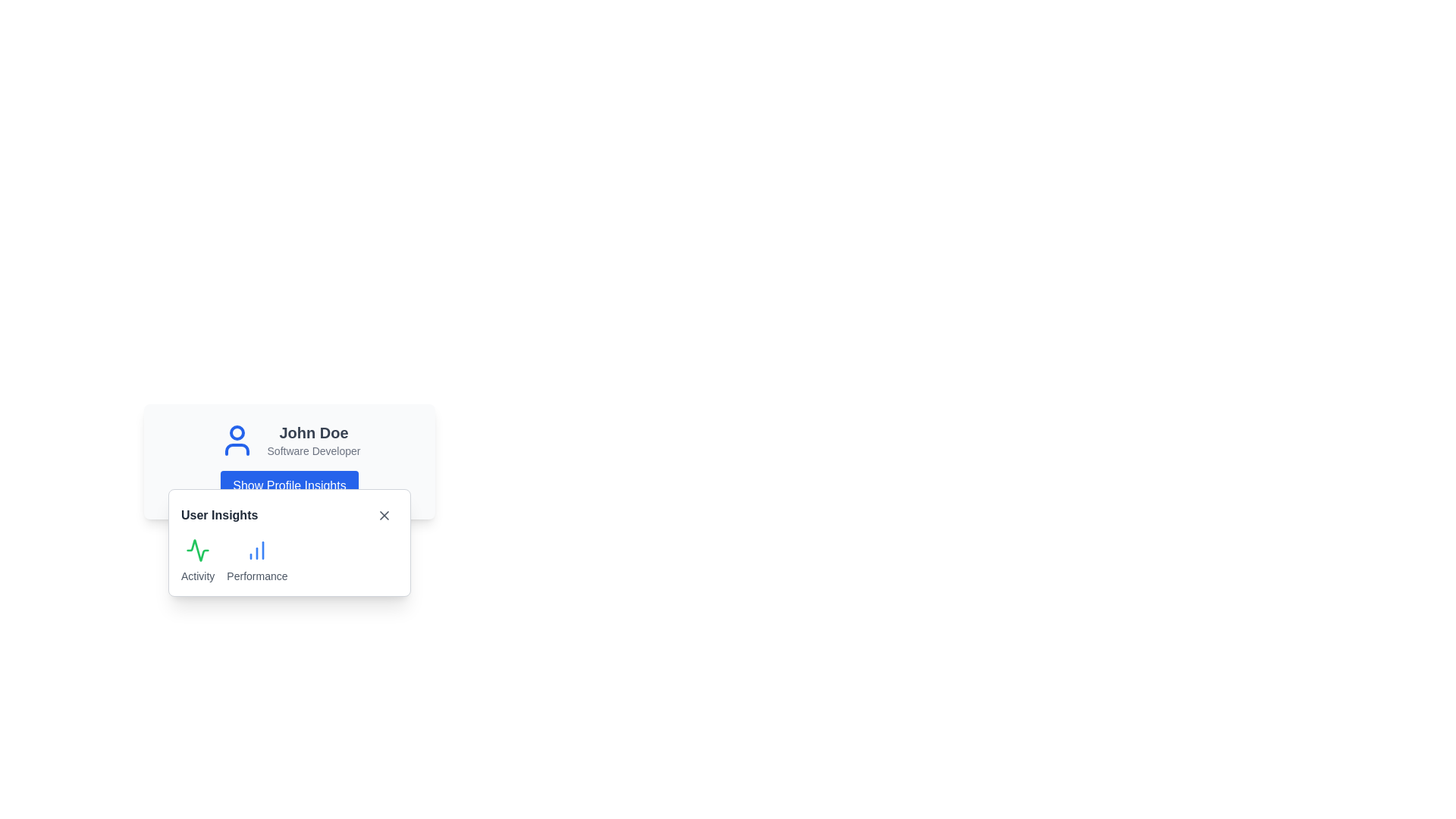 This screenshot has height=819, width=1456. I want to click on name displayed as 'John Doe' in a bold and large font, located at the top of the profile card above the text 'Software Developer', so click(312, 432).